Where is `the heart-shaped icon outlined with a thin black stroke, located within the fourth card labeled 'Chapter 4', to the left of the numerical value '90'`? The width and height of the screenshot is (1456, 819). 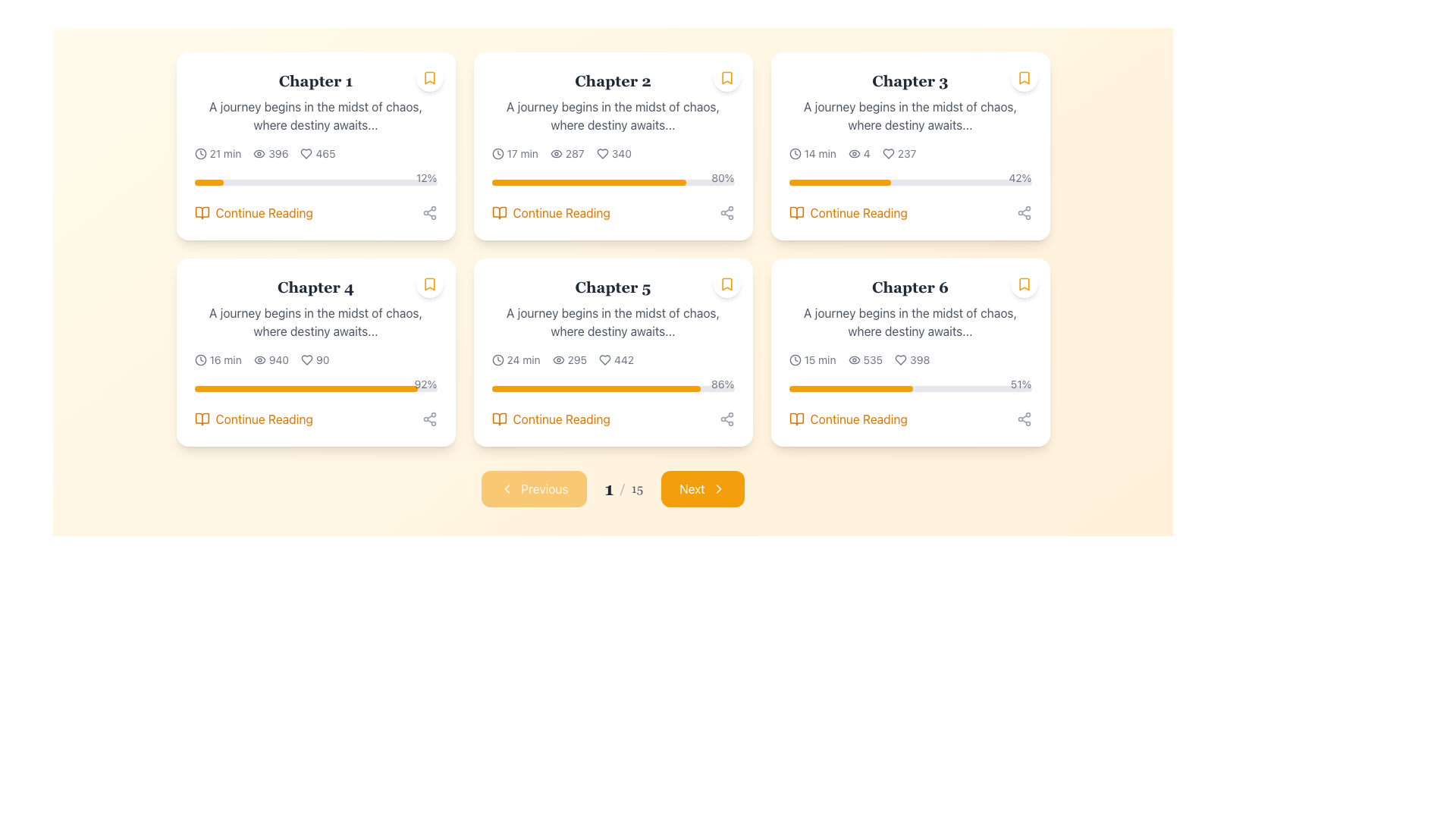 the heart-shaped icon outlined with a thin black stroke, located within the fourth card labeled 'Chapter 4', to the left of the numerical value '90' is located at coordinates (306, 359).